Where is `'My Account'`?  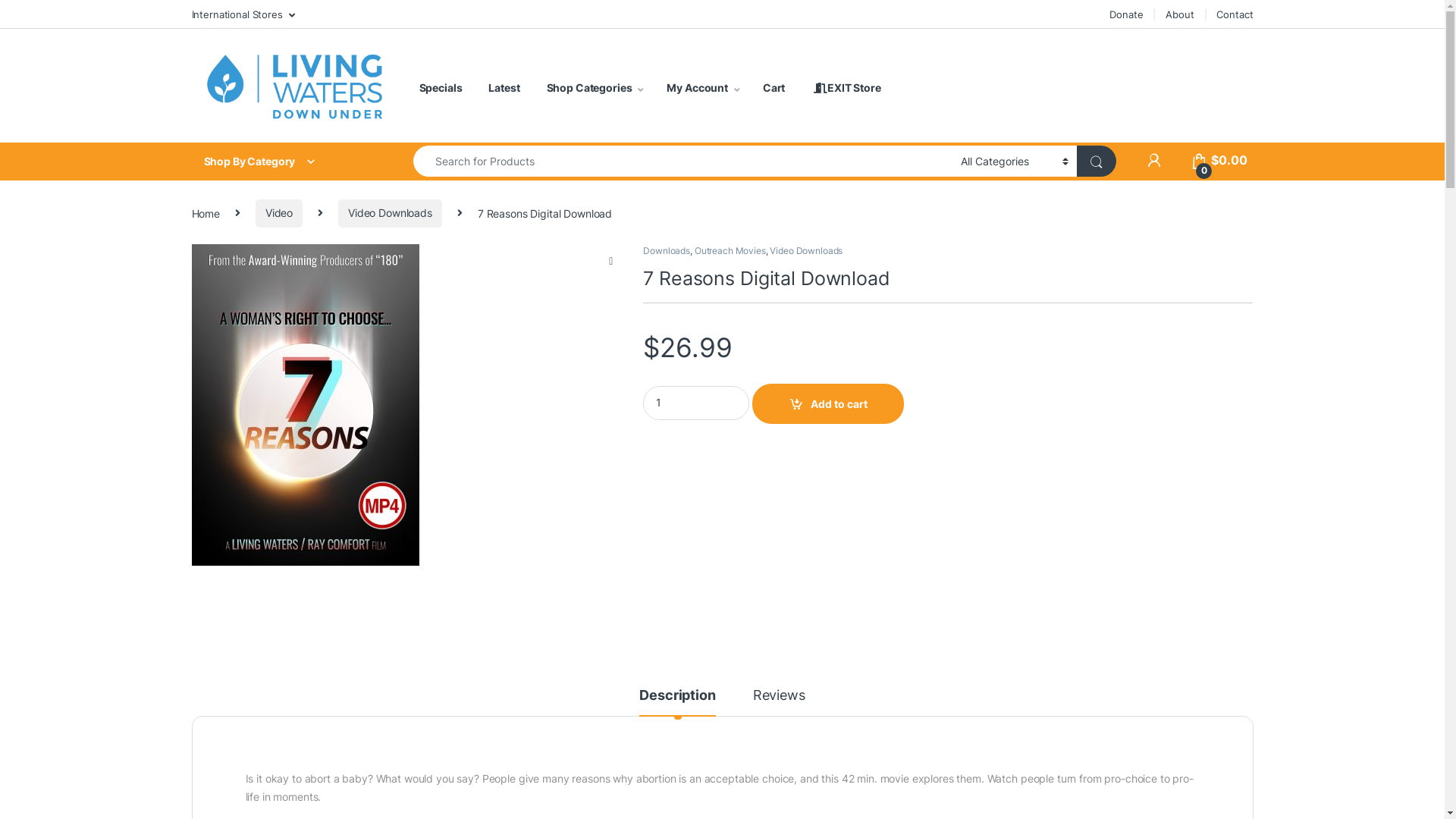
'My Account' is located at coordinates (666, 87).